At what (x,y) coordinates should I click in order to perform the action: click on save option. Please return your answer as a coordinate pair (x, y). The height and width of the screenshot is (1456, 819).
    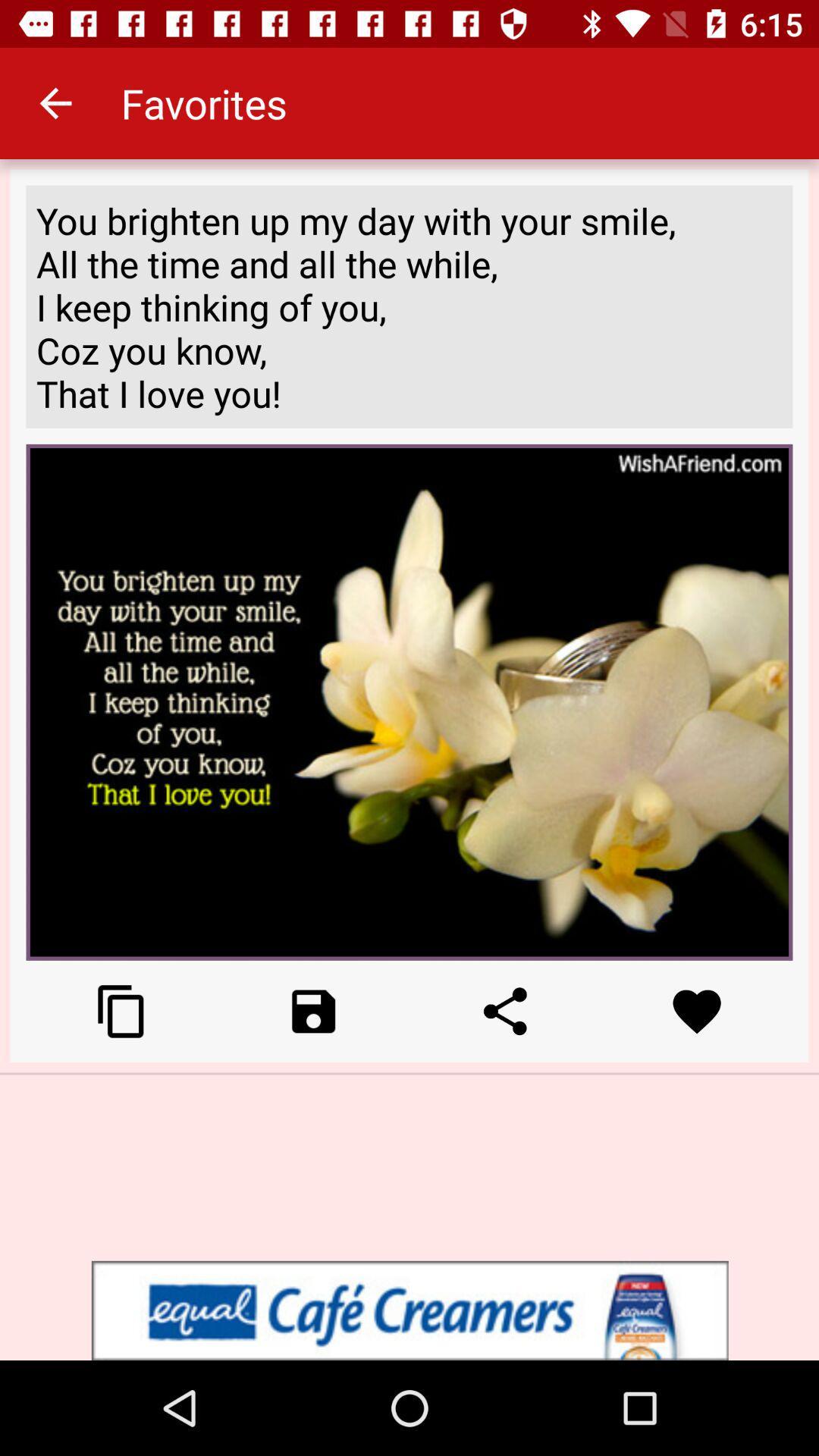
    Looking at the image, I should click on (312, 1011).